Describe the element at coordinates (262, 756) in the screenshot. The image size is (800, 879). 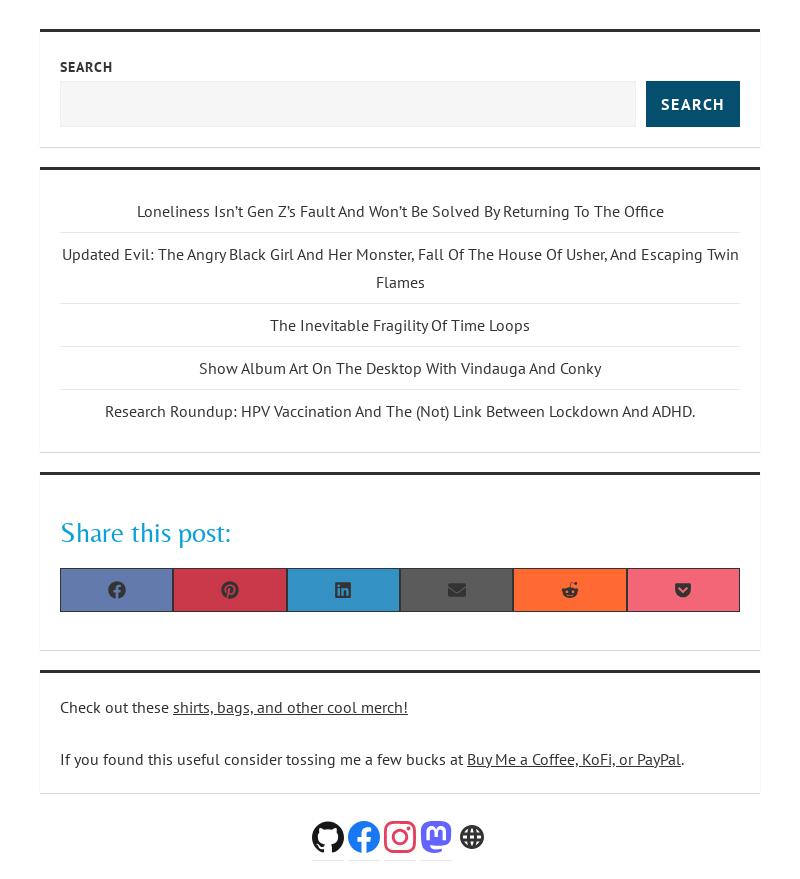
I see `'If you found this useful consider tossing me a few bucks at'` at that location.